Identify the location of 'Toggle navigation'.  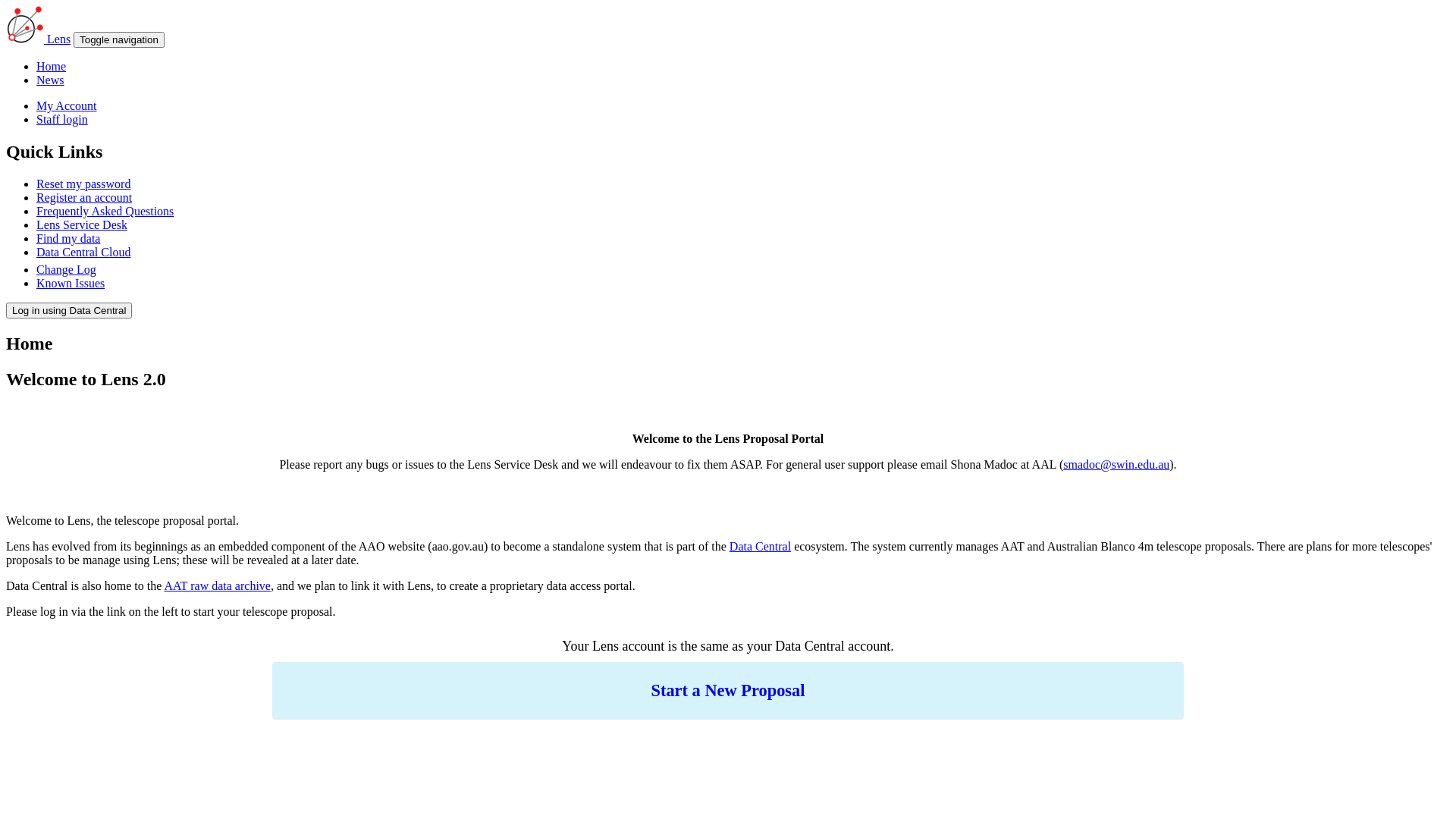
(72, 39).